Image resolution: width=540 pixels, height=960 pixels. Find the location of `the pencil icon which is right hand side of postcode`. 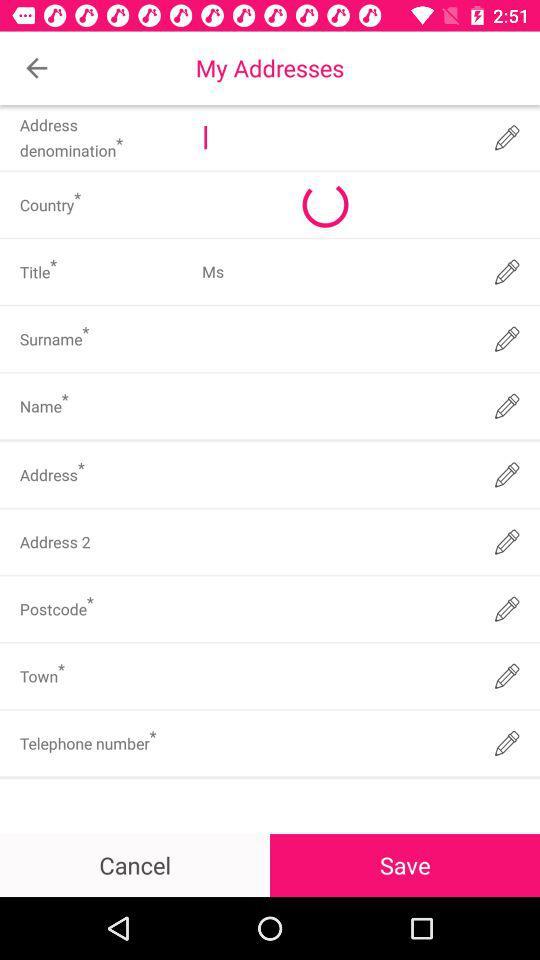

the pencil icon which is right hand side of postcode is located at coordinates (507, 608).